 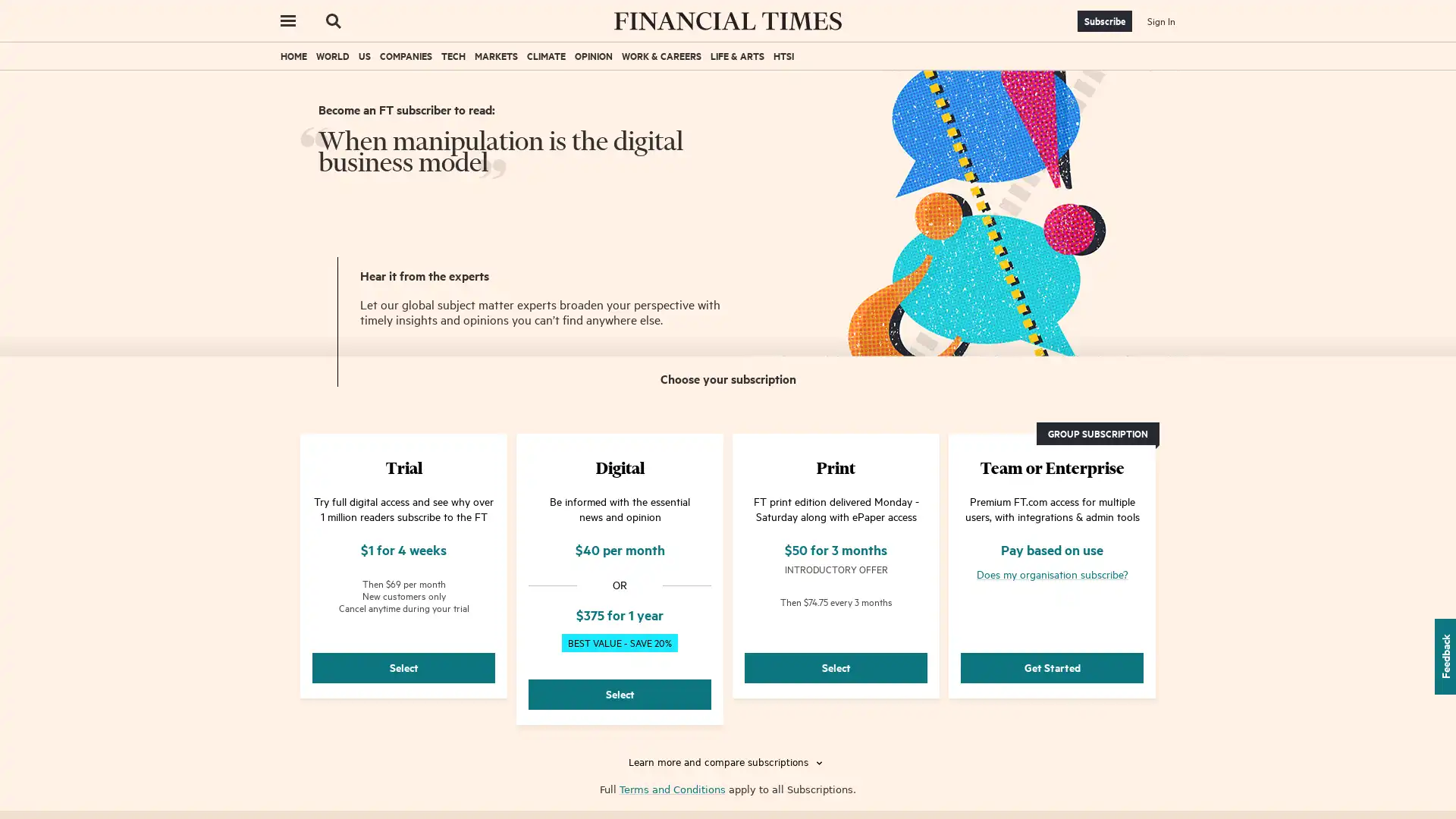 What do you see at coordinates (287, 20) in the screenshot?
I see `OPEN SIDE NAVIGATION MENU` at bounding box center [287, 20].